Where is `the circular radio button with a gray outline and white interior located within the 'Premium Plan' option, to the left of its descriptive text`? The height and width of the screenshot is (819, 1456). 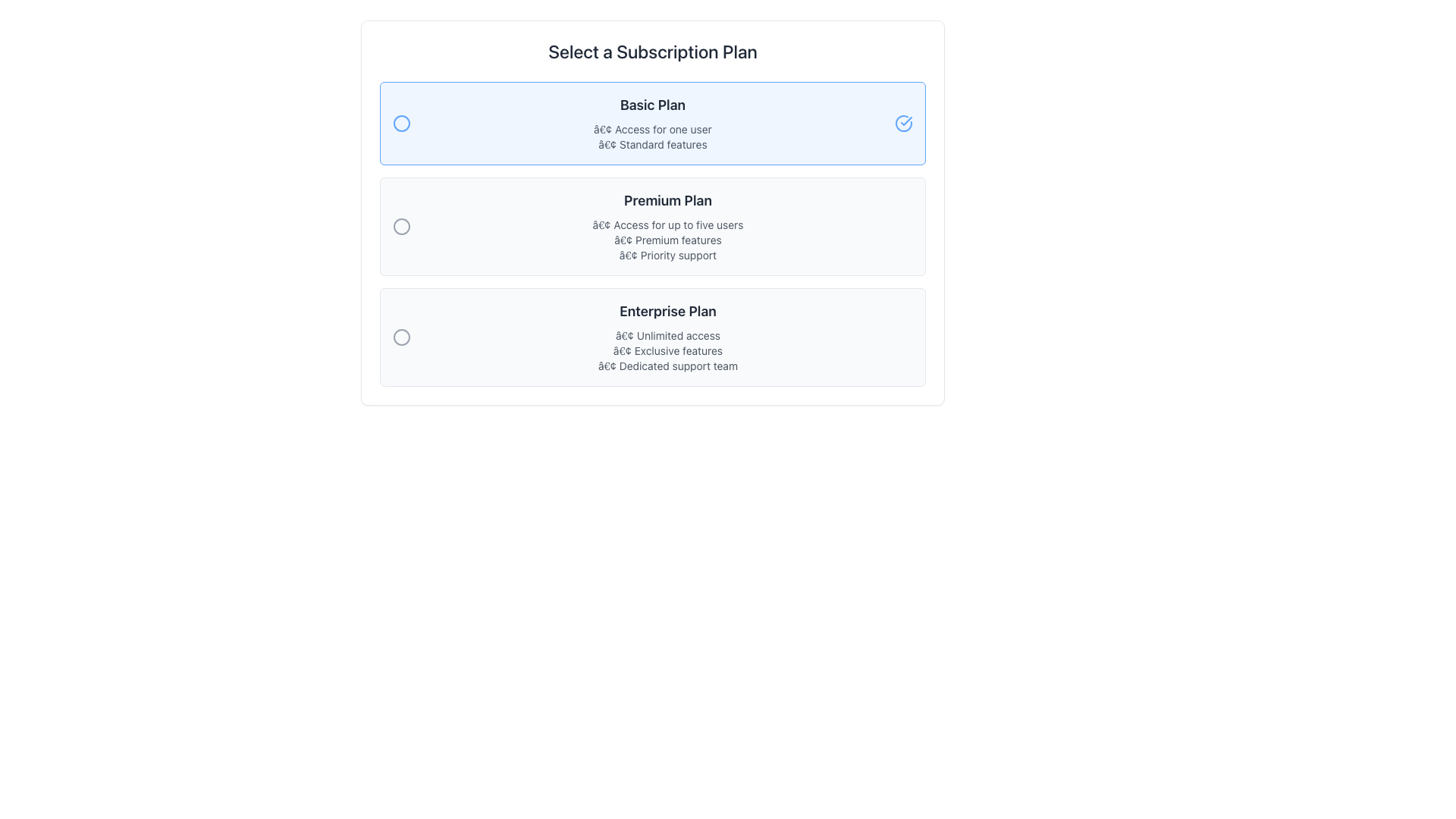 the circular radio button with a gray outline and white interior located within the 'Premium Plan' option, to the left of its descriptive text is located at coordinates (401, 227).